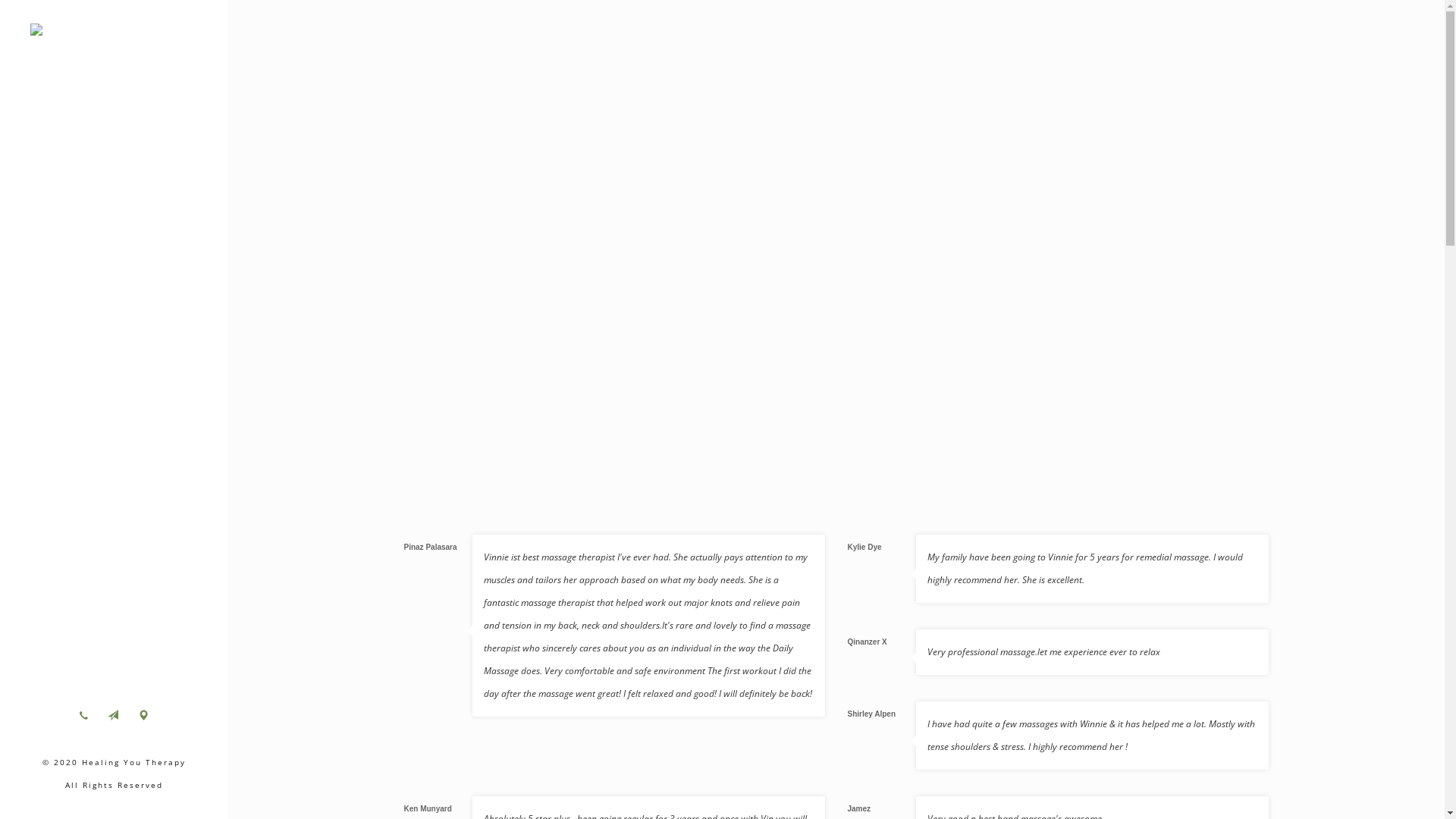 The height and width of the screenshot is (819, 1456). Describe the element at coordinates (111, 714) in the screenshot. I see `'Email'` at that location.